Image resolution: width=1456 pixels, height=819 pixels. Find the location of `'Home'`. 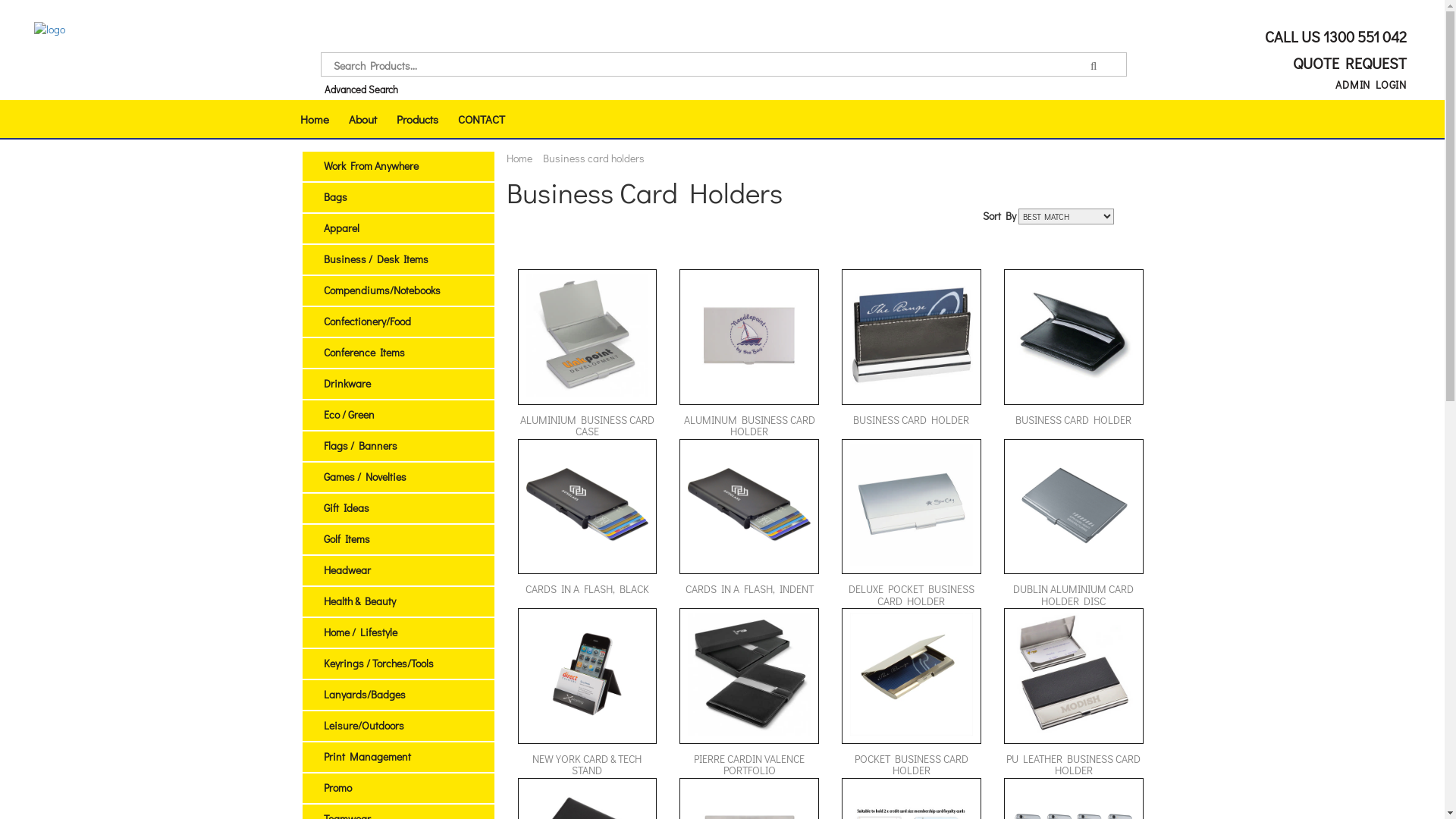

'Home' is located at coordinates (519, 158).